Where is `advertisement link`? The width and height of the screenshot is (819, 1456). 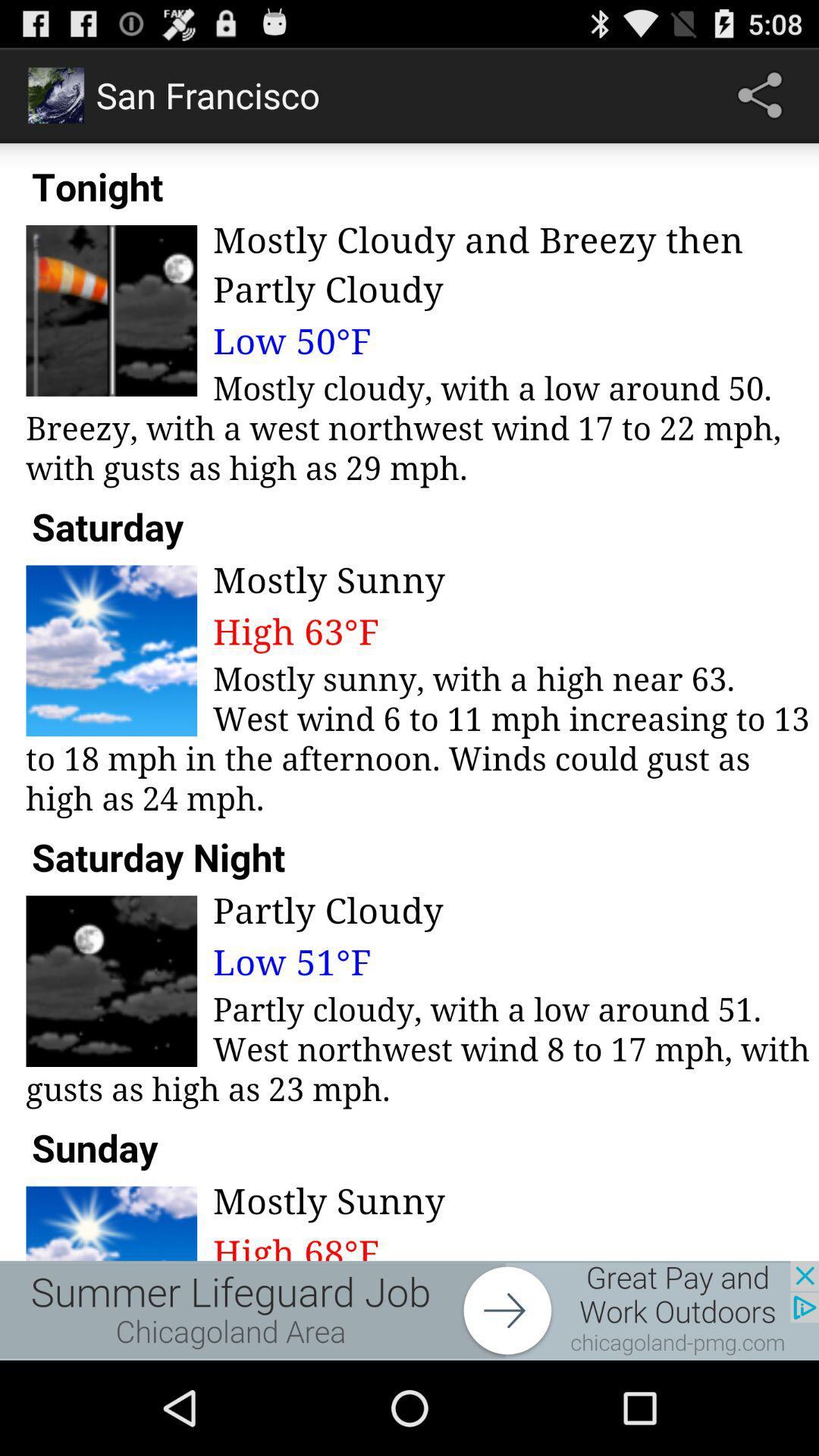
advertisement link is located at coordinates (409, 1310).